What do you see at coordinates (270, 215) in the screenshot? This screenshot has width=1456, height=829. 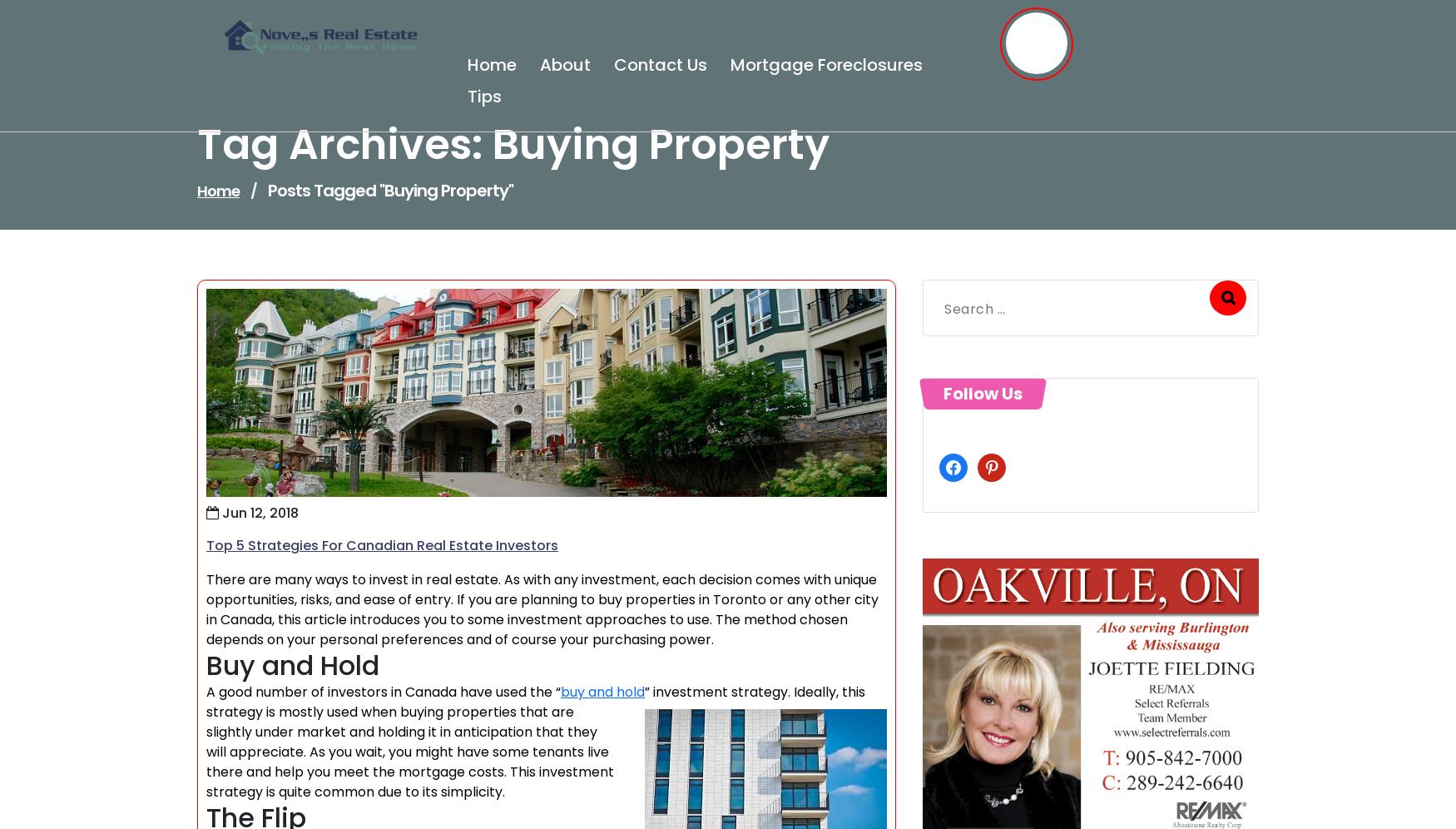 I see `'Financing'` at bounding box center [270, 215].